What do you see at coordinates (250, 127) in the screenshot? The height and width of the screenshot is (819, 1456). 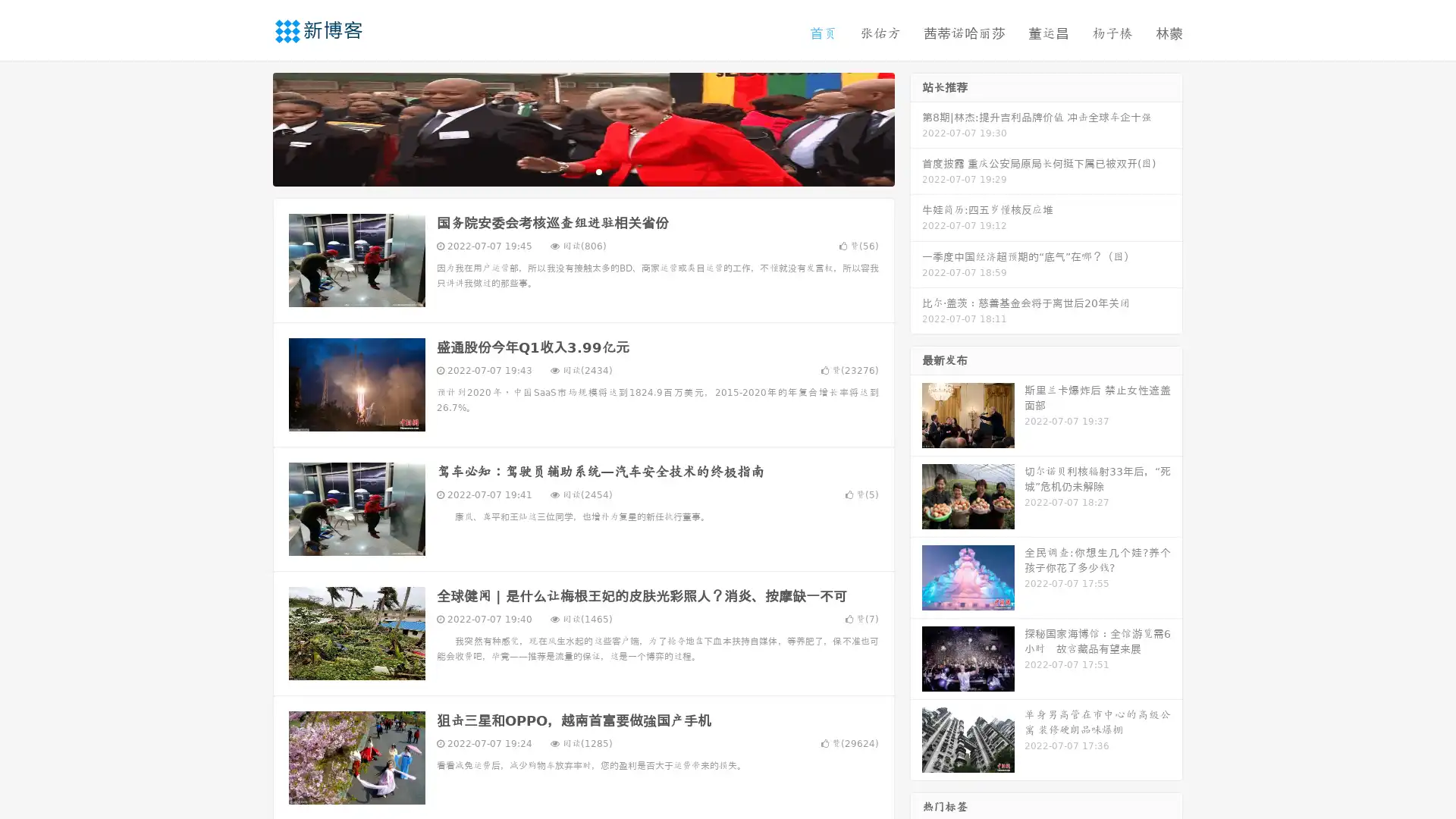 I see `Previous slide` at bounding box center [250, 127].